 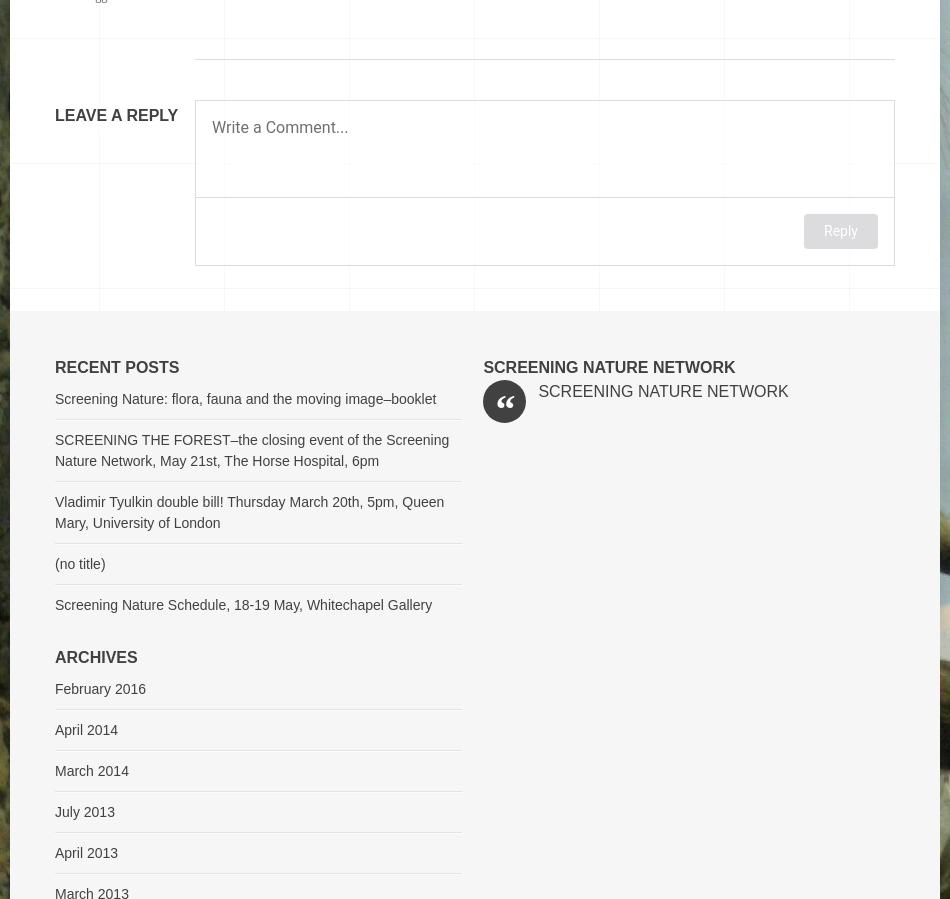 What do you see at coordinates (55, 564) in the screenshot?
I see `'(no title)'` at bounding box center [55, 564].